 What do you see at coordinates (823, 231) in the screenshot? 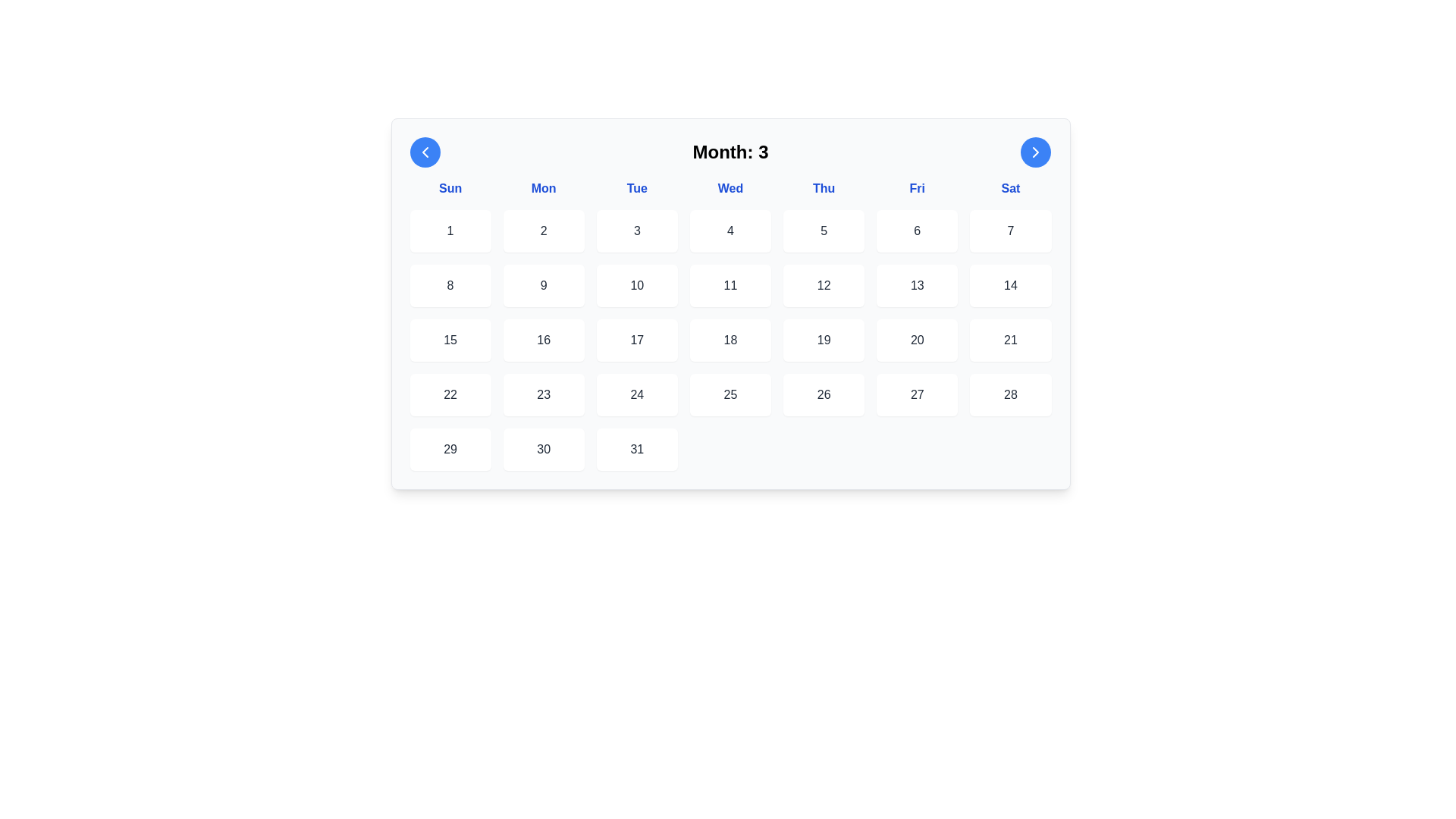
I see `the square-shaped date box displaying the number '5' in a calendar layout, which has a white background, rounded corners, and is positioned beneath the 'Thu' header` at bounding box center [823, 231].